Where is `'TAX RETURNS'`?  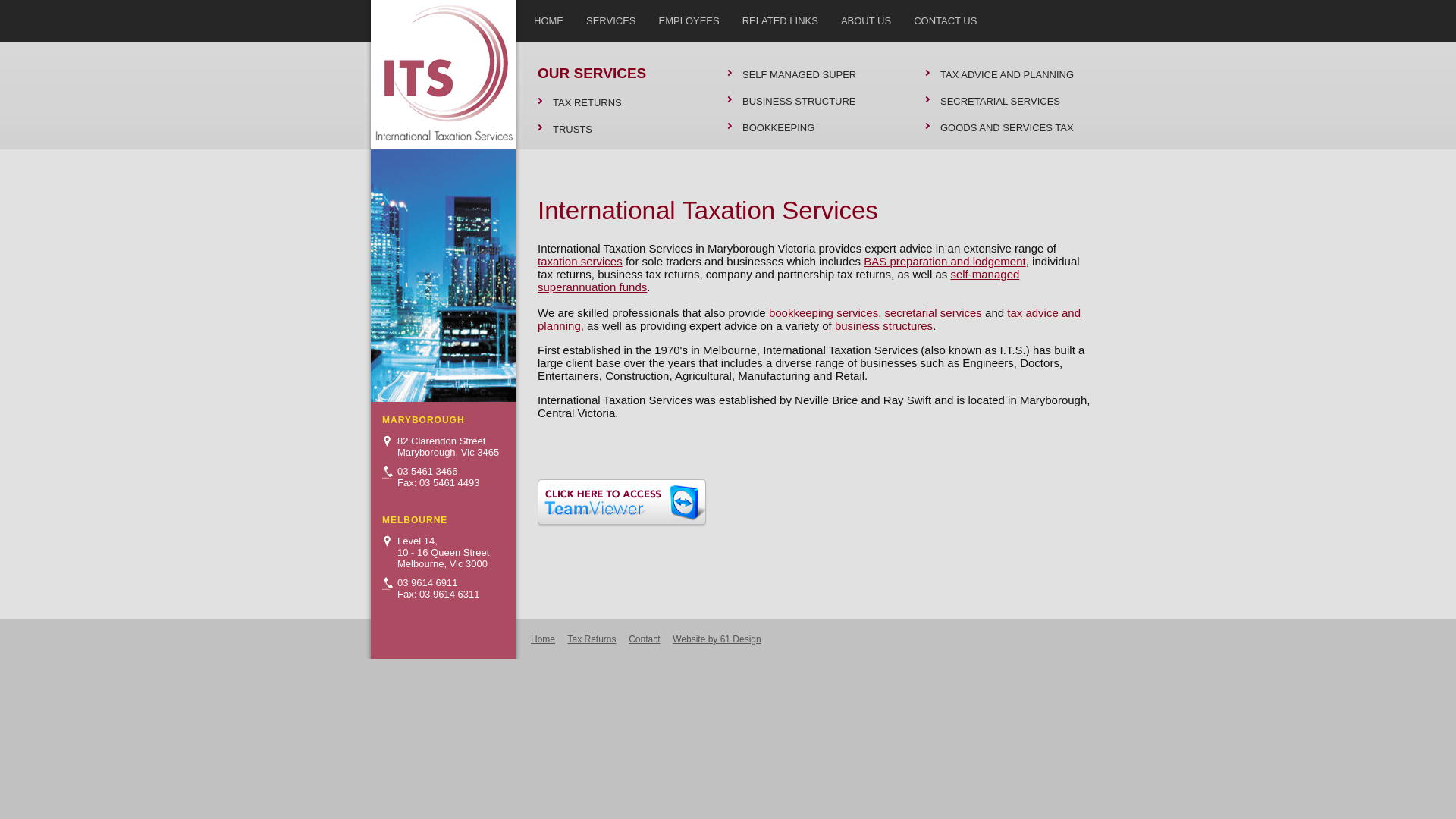
'TAX RETURNS' is located at coordinates (621, 102).